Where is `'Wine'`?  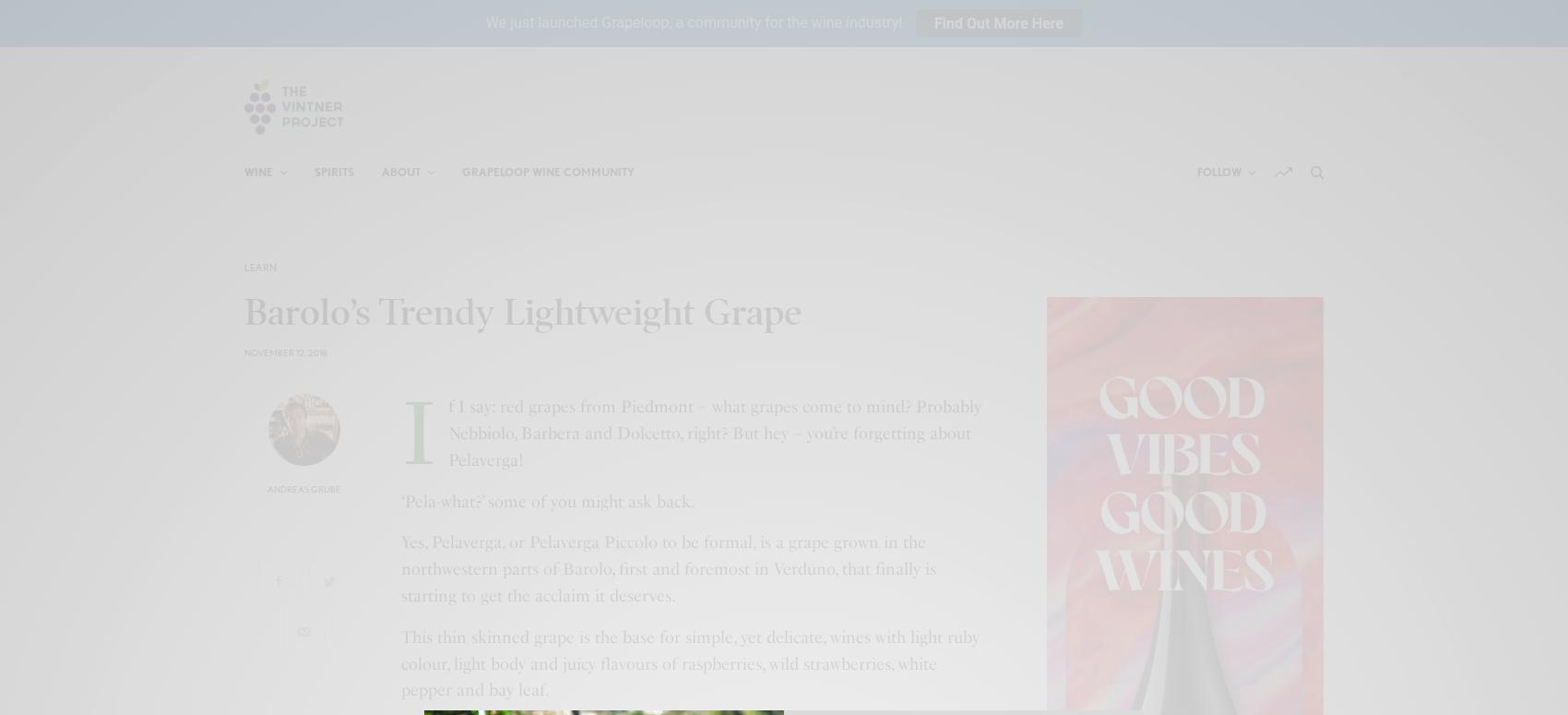 'Wine' is located at coordinates (244, 172).